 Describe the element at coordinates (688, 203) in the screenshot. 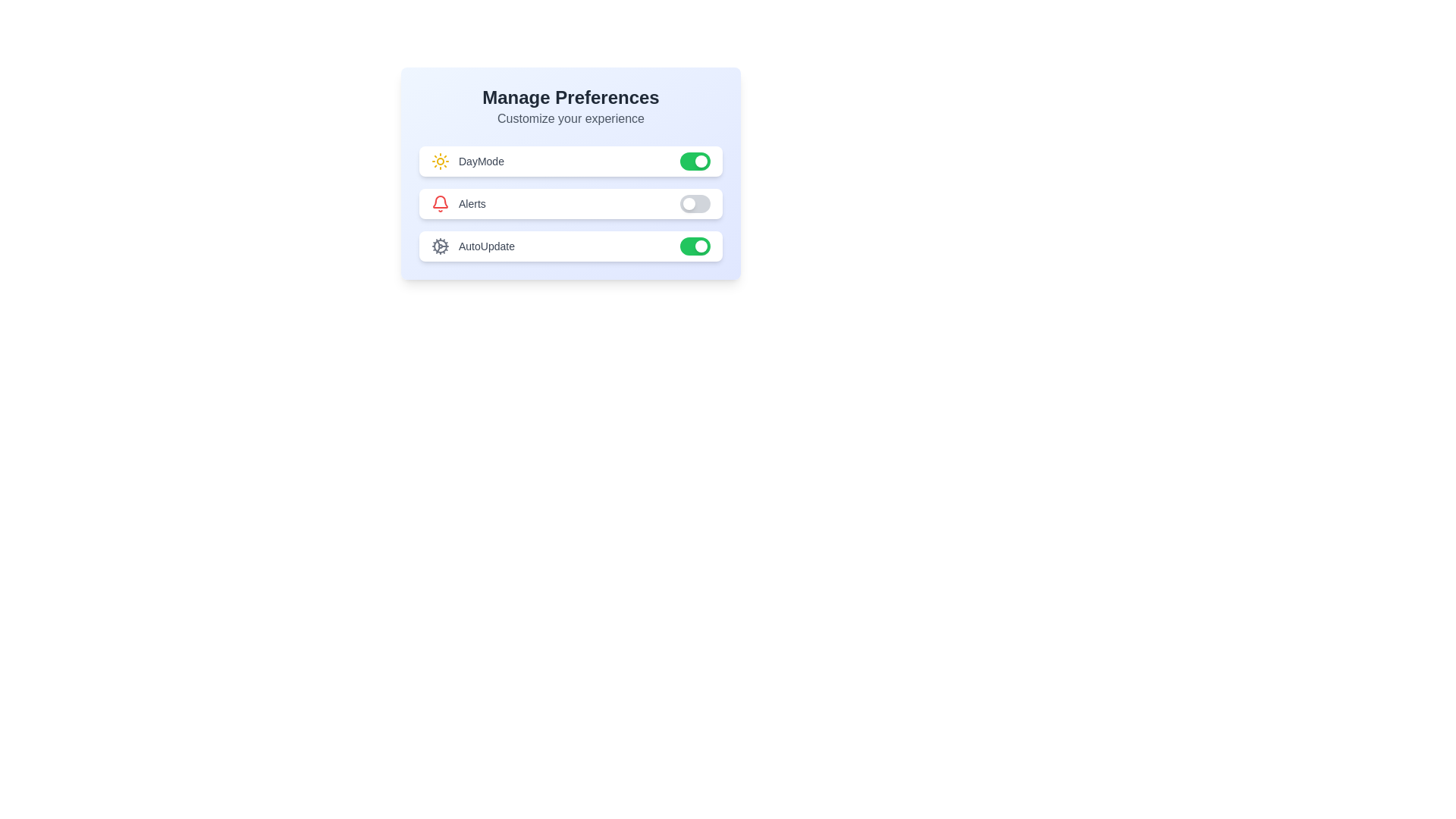

I see `the left circular knob of the 'Alerts' toggle switch, which is currently in the inactive state` at that location.